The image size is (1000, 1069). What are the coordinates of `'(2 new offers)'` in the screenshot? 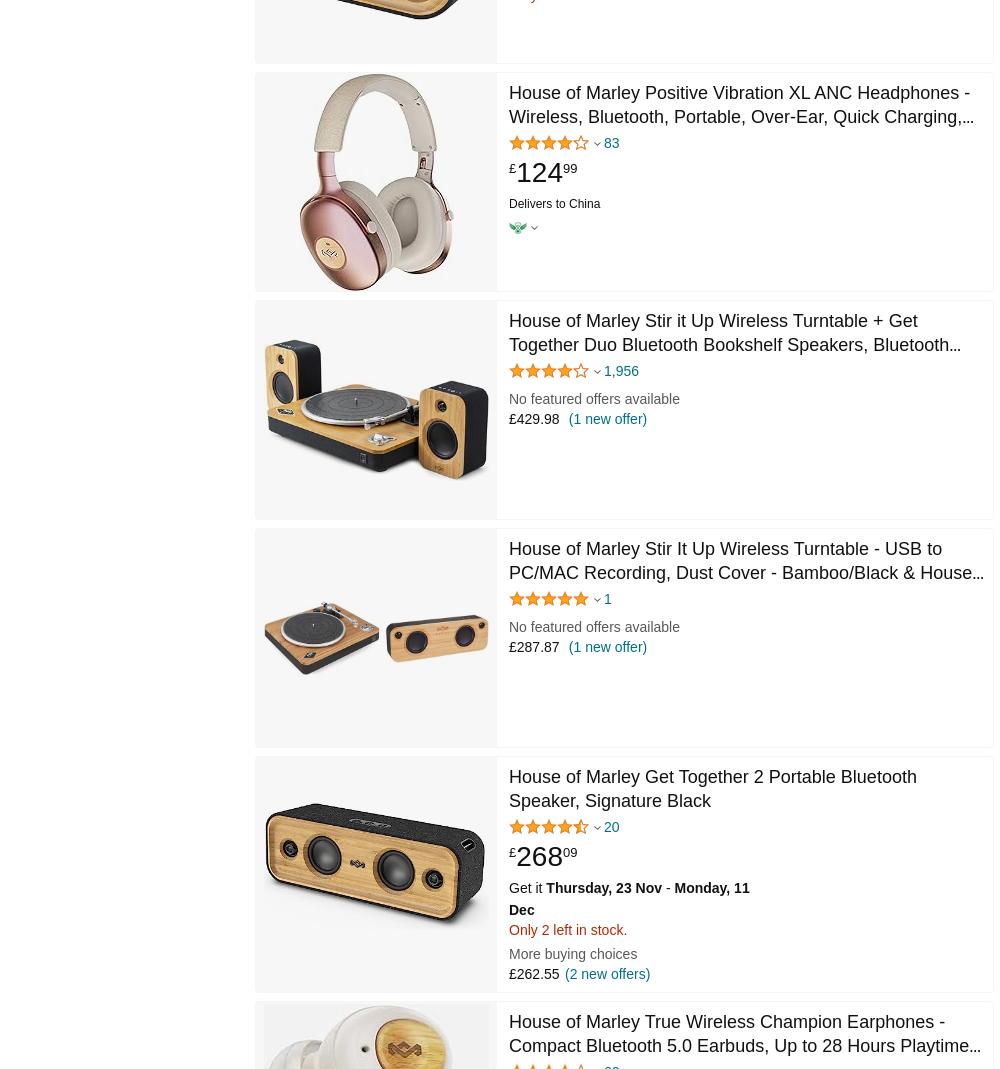 It's located at (606, 973).